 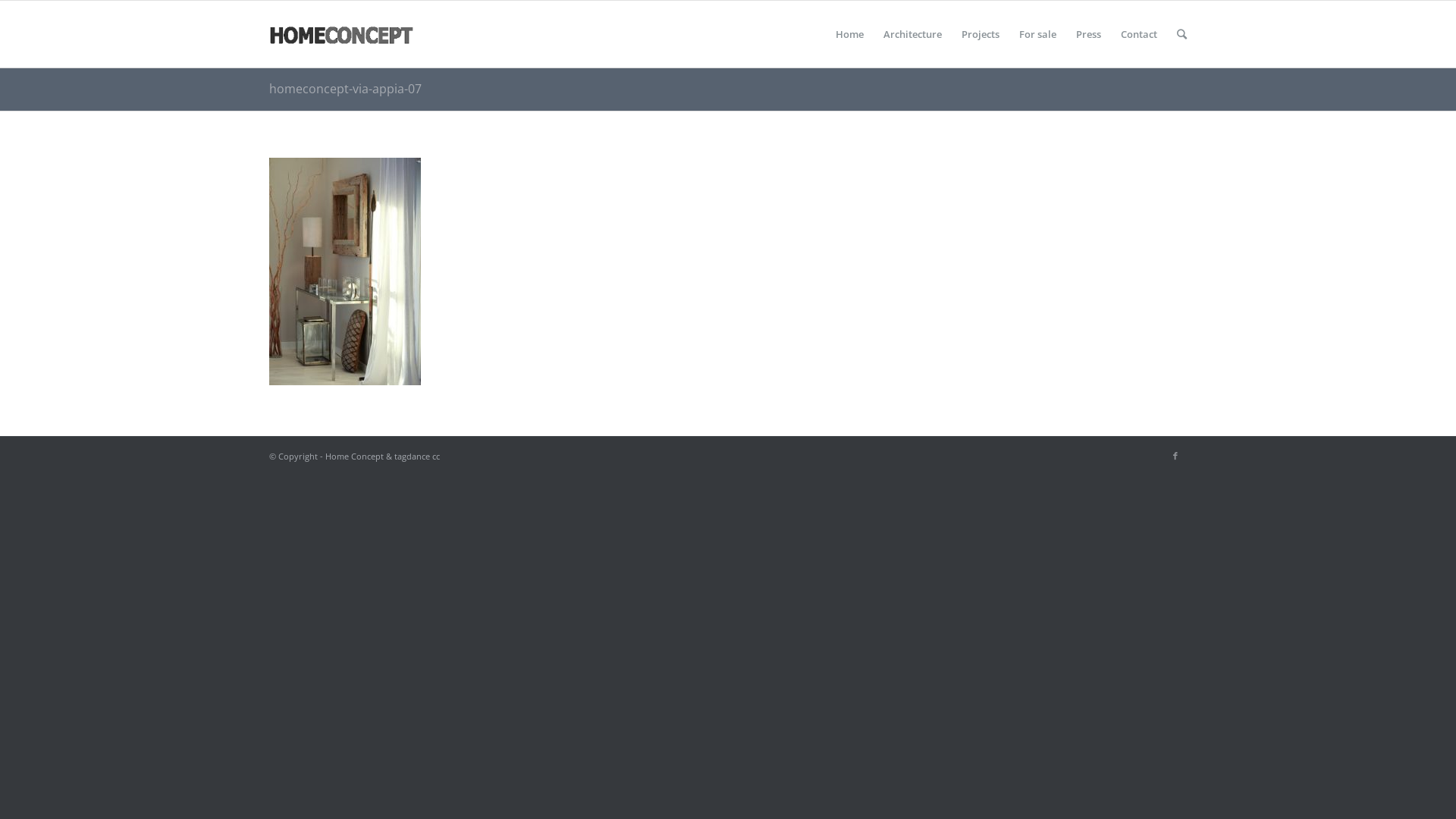 What do you see at coordinates (1175, 455) in the screenshot?
I see `'Facebook'` at bounding box center [1175, 455].